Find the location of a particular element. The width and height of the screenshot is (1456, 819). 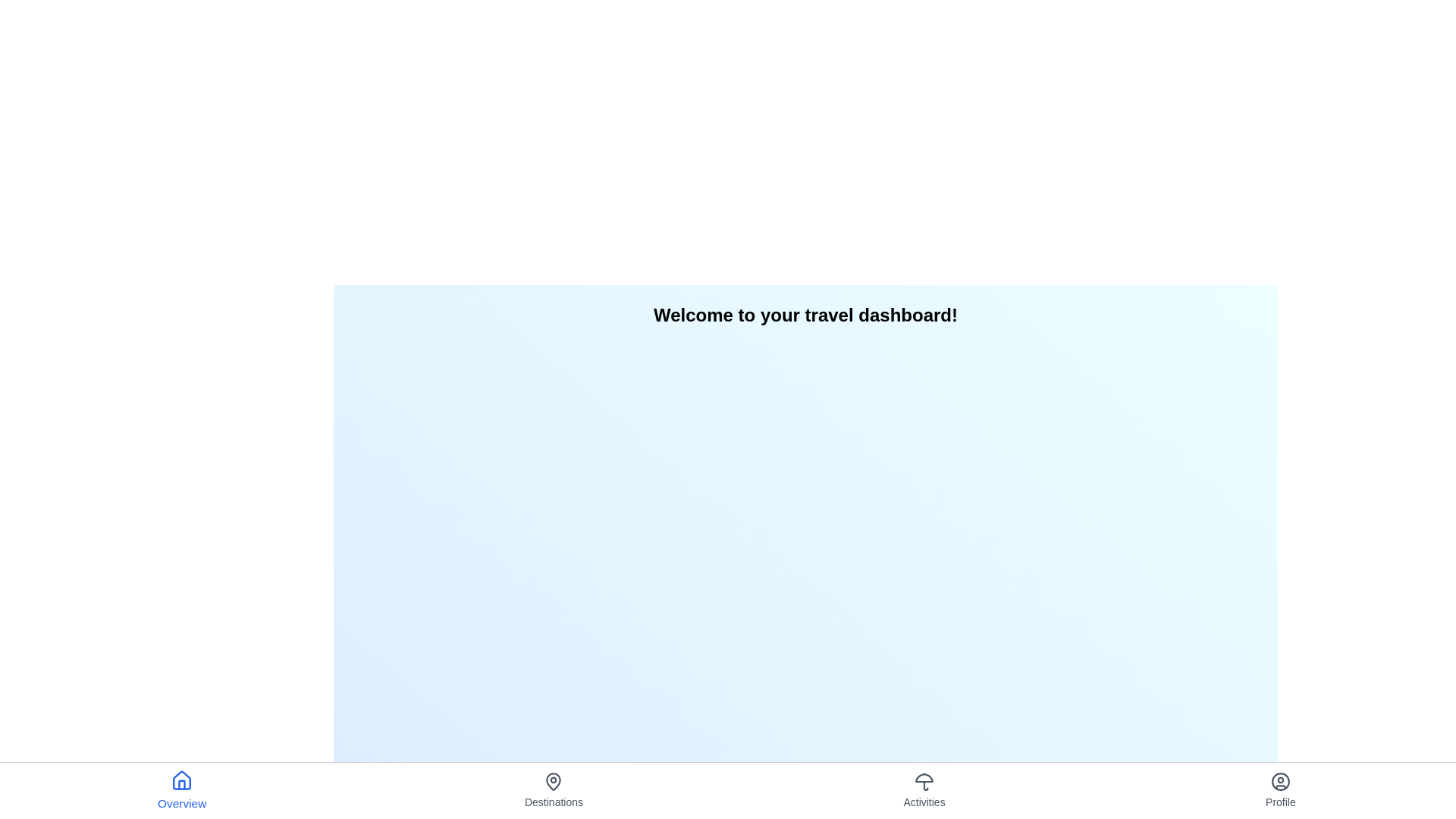

the Navigation Button, which features a map pin icon above the text label 'Destinations', to potentially change its appearance is located at coordinates (553, 789).